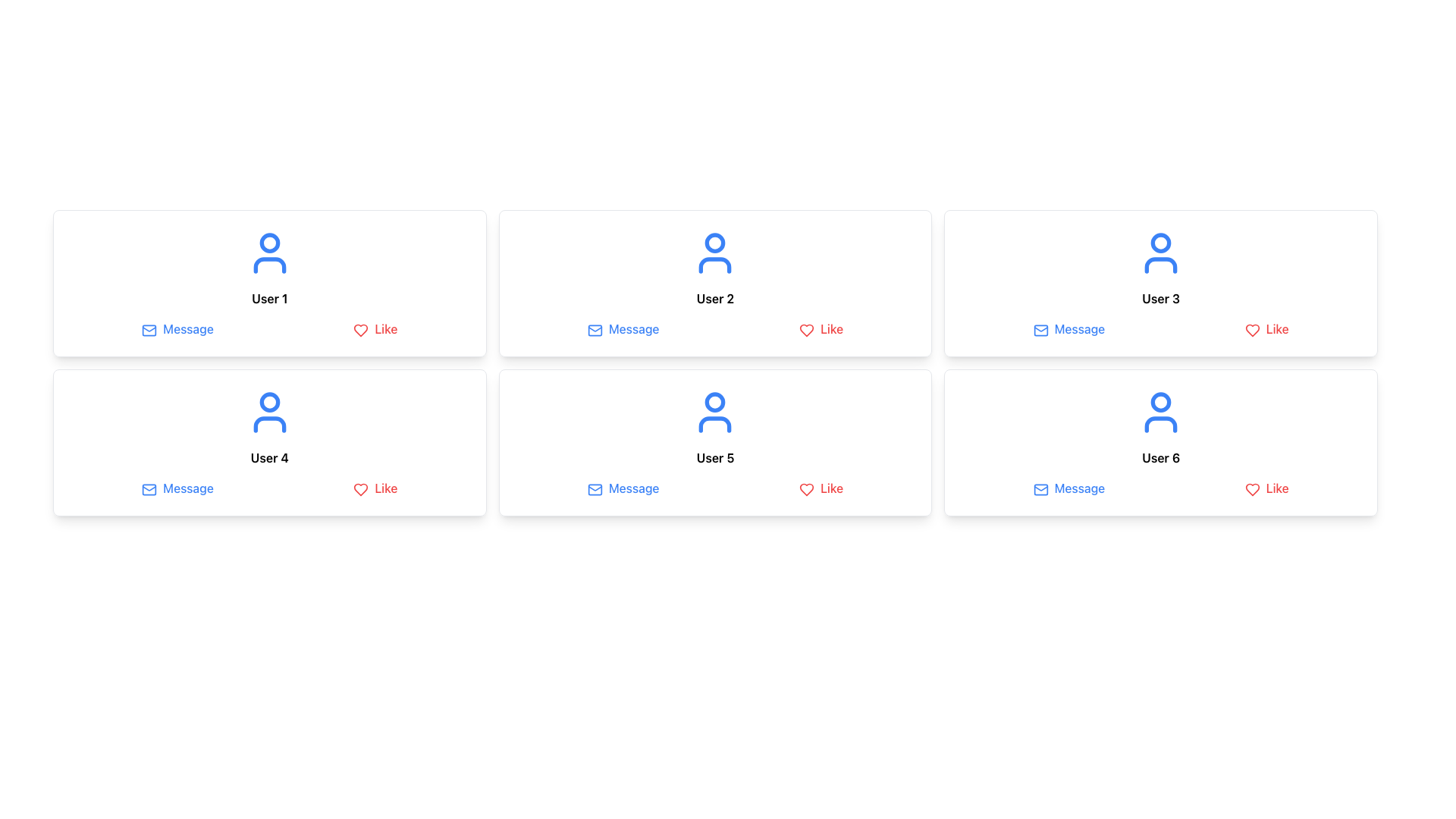  Describe the element at coordinates (714, 265) in the screenshot. I see `the blue-stroked rectangular base of the user icon located below the circular head in the 'User 2' profile card` at that location.